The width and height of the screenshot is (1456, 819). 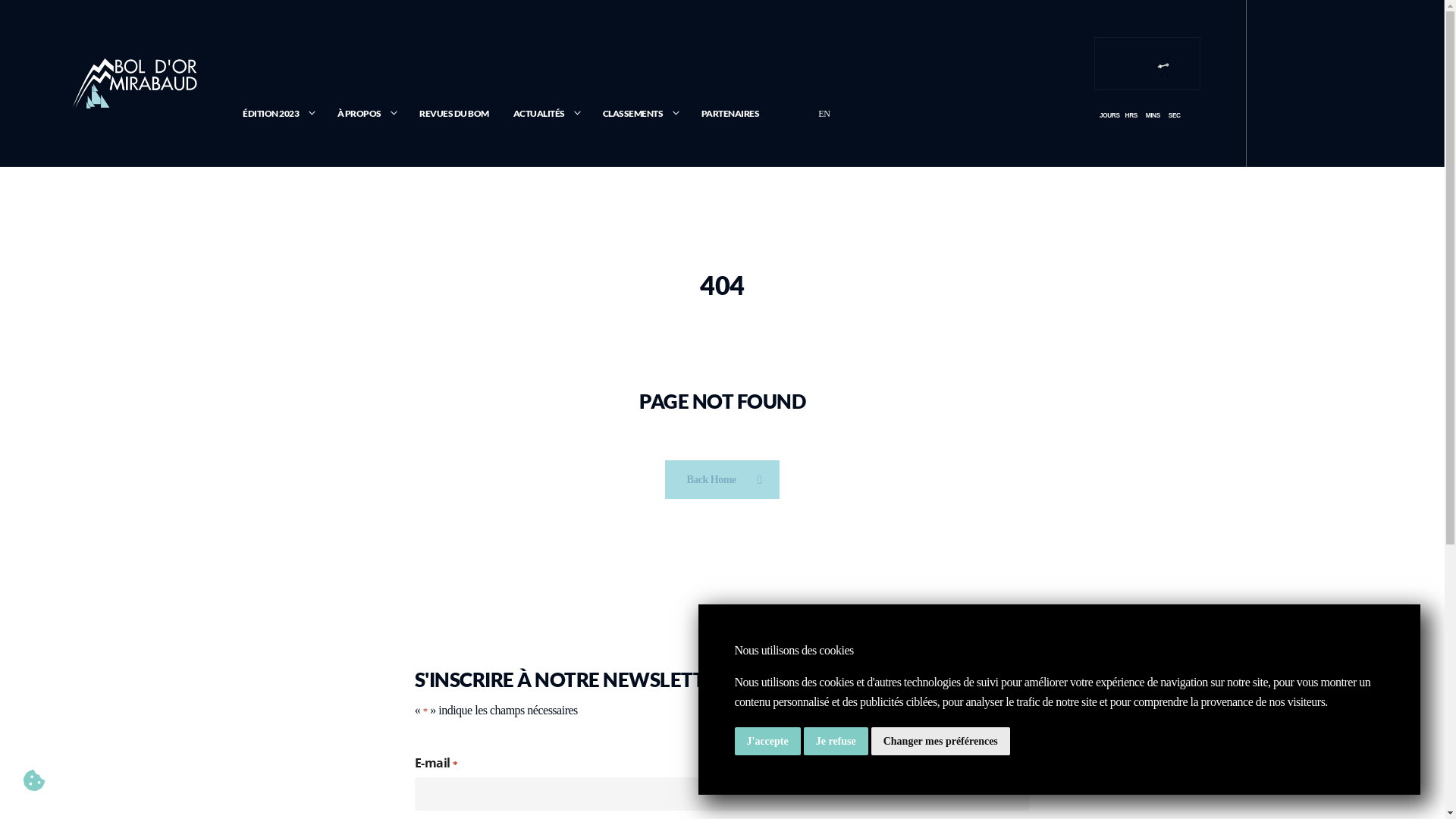 What do you see at coordinates (720, 479) in the screenshot?
I see `'Back Home'` at bounding box center [720, 479].